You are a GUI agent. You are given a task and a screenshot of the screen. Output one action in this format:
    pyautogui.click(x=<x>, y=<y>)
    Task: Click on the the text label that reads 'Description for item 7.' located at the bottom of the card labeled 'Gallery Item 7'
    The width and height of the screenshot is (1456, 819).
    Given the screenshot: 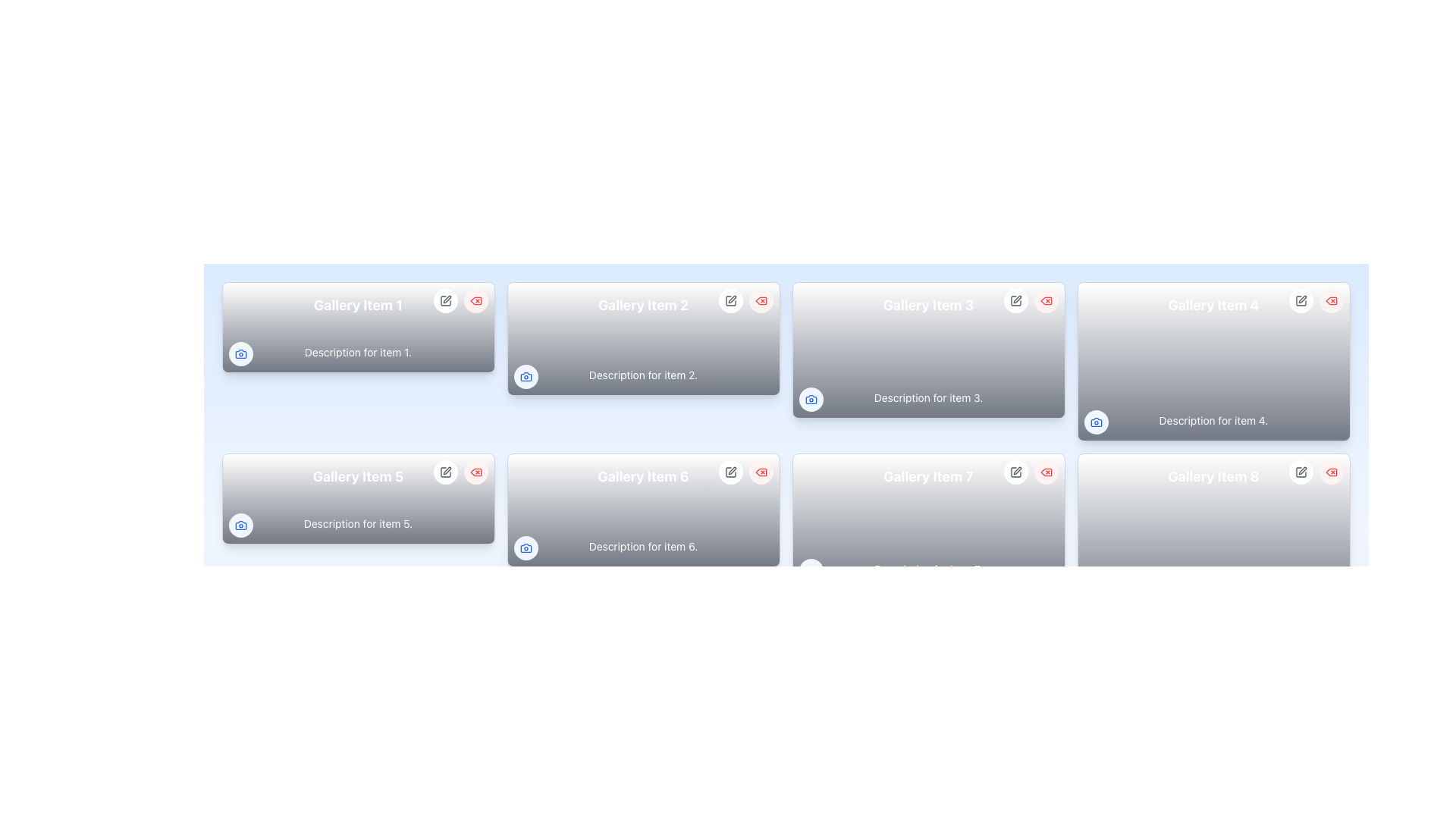 What is the action you would take?
    pyautogui.click(x=927, y=570)
    